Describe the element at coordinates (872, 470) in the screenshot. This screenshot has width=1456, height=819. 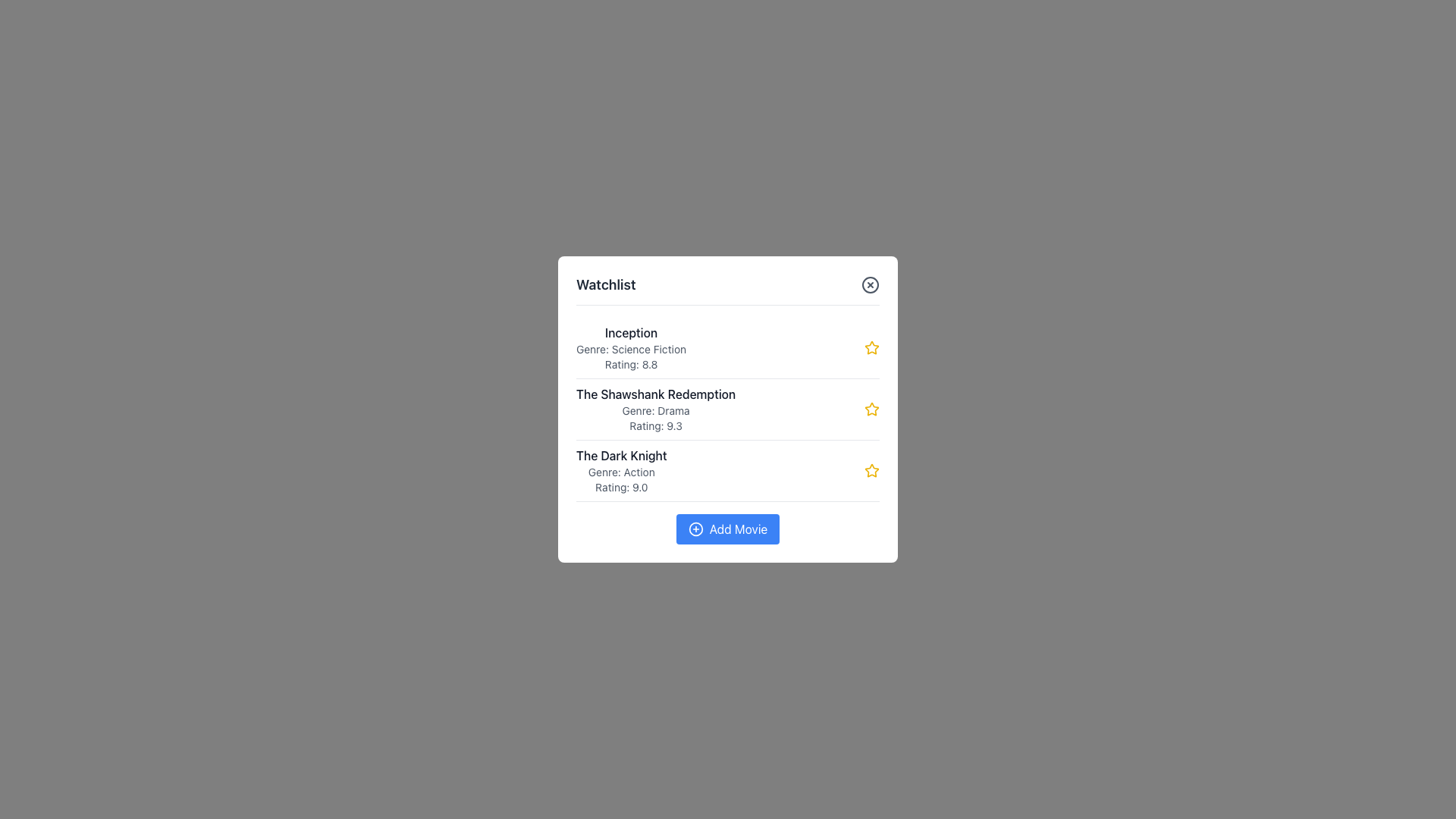
I see `the interactive yellow star icon at the end of the movie details for 'The Dark Knight' to rate it` at that location.